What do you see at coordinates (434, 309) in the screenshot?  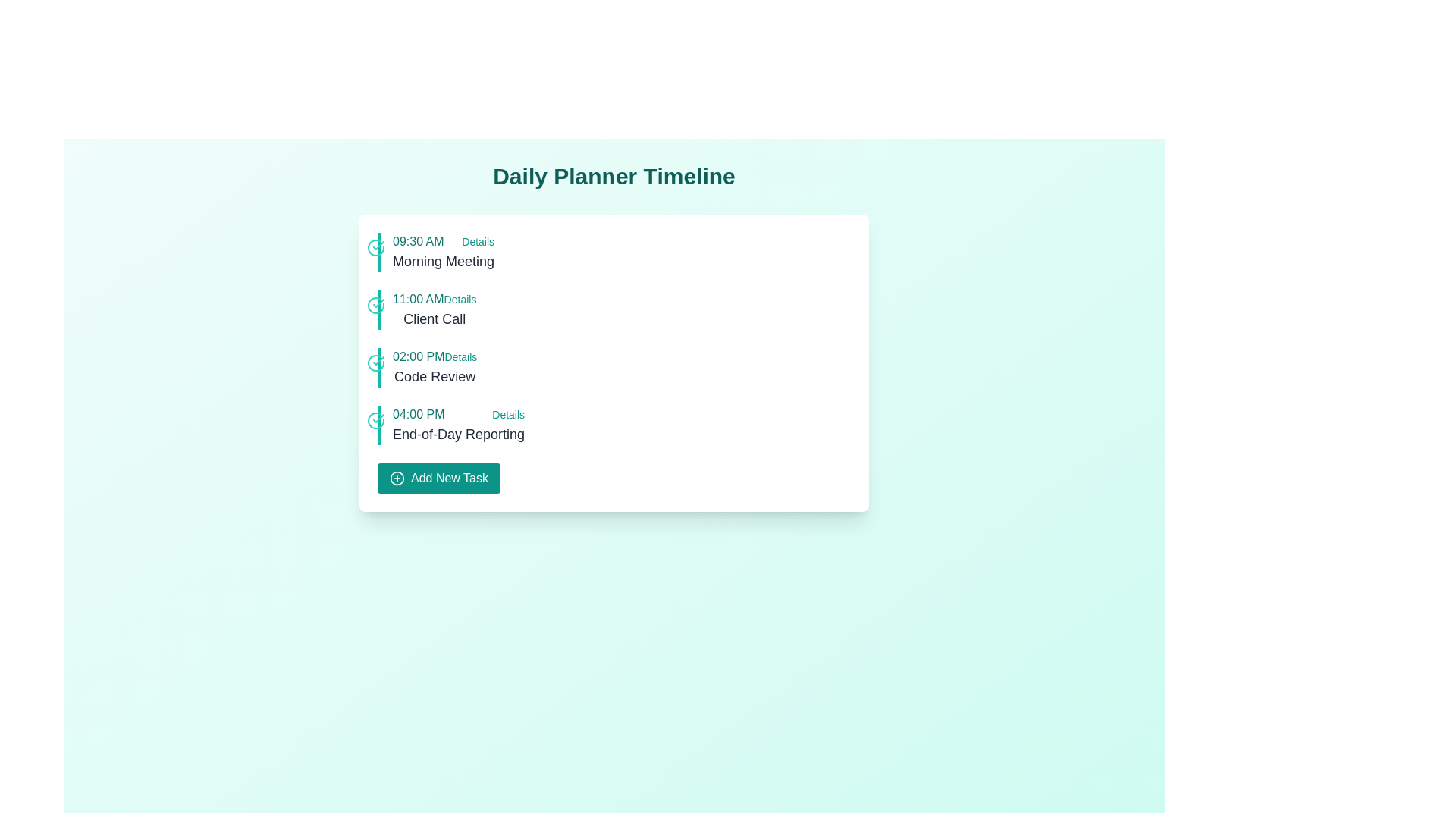 I see `text component displaying appointment details that shows 'Client Call' and 'Details' next to '11:00 AM'` at bounding box center [434, 309].